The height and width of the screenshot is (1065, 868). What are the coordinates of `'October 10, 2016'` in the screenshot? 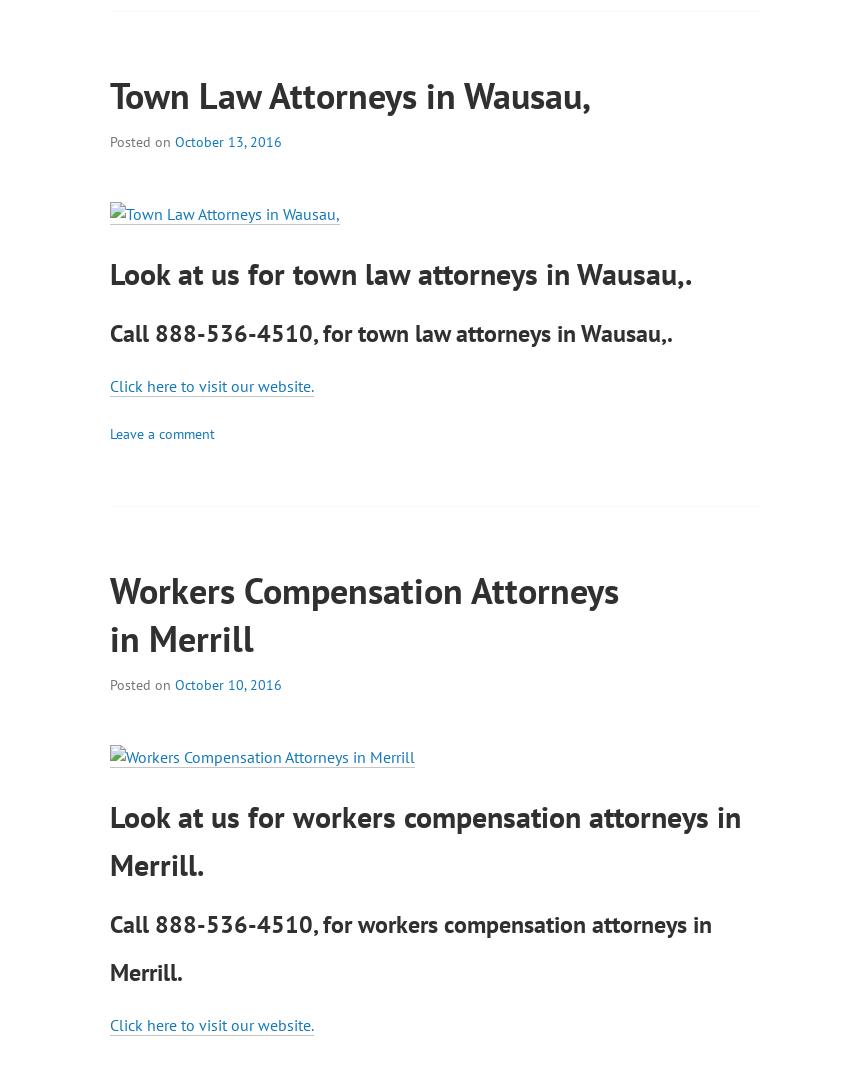 It's located at (174, 684).